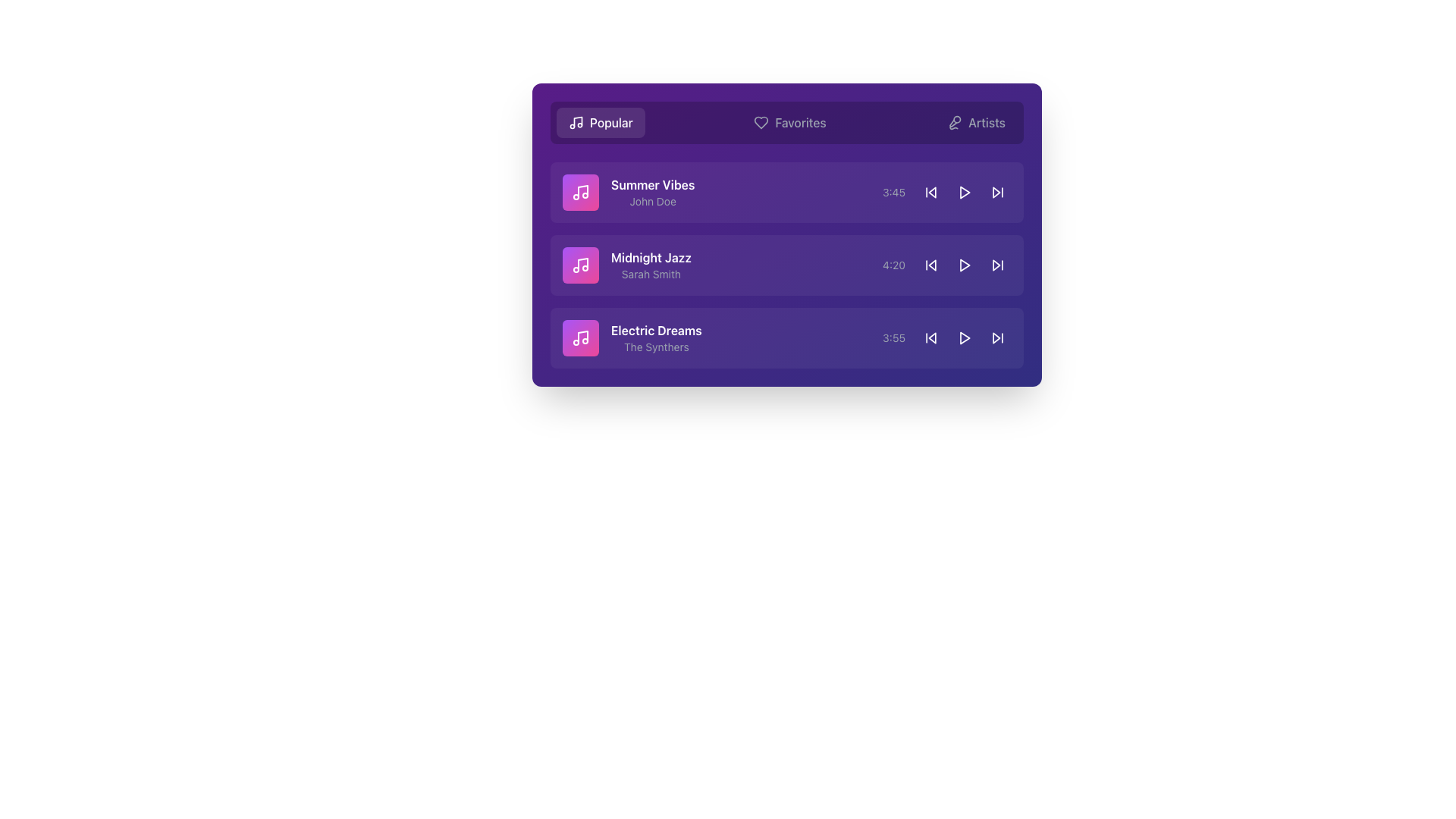  What do you see at coordinates (997, 192) in the screenshot?
I see `the forward navigation button represented by a right-pointing triangular icon next to a vertical line, located in the second row adjacent to the 'Midnight Jazz' song entry, to trigger a tooltip or visual feedback` at bounding box center [997, 192].